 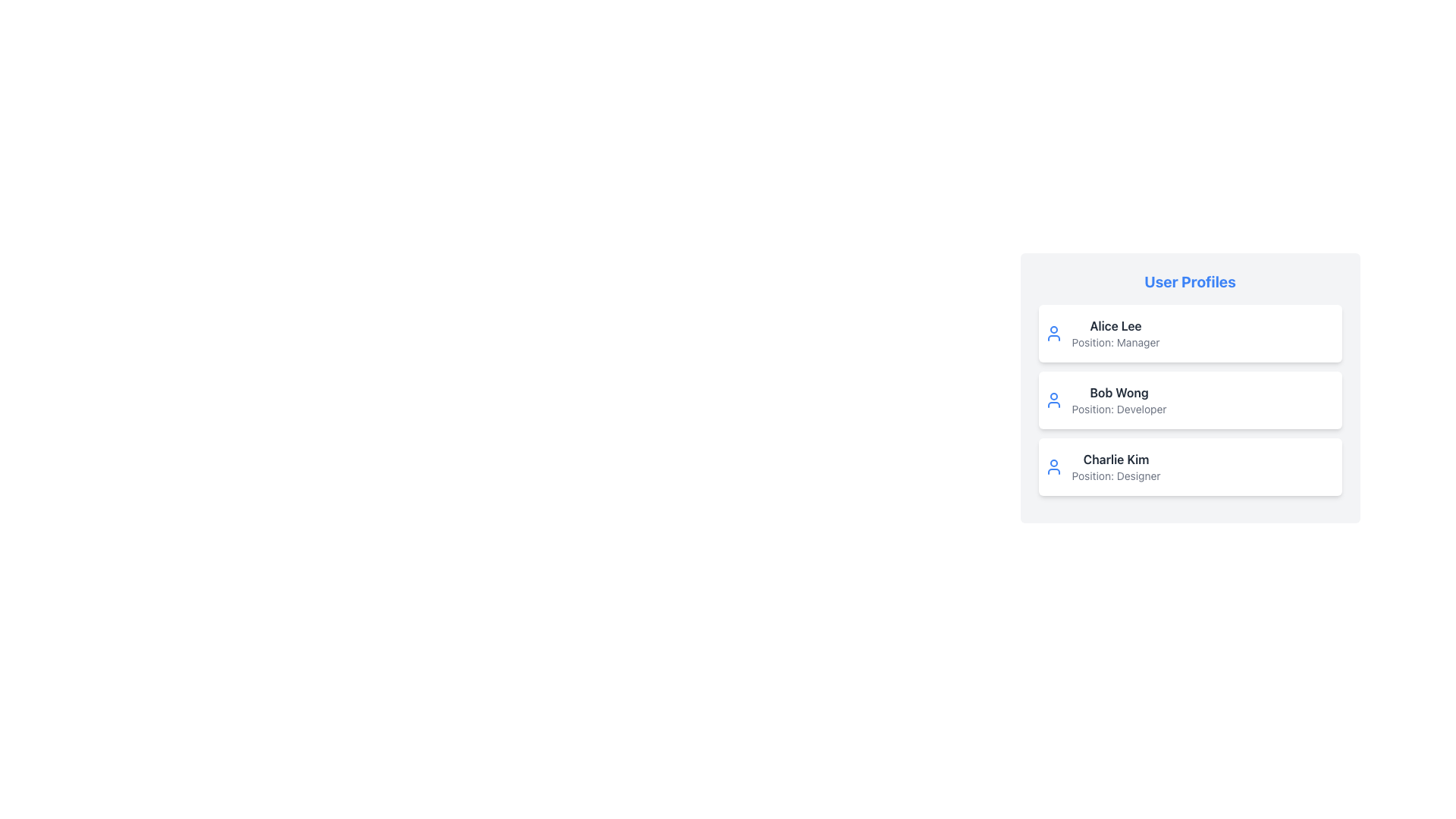 I want to click on the text label displaying 'Bob Wong Position: Developer', which is located in the second row under 'User Profiles', so click(x=1119, y=400).